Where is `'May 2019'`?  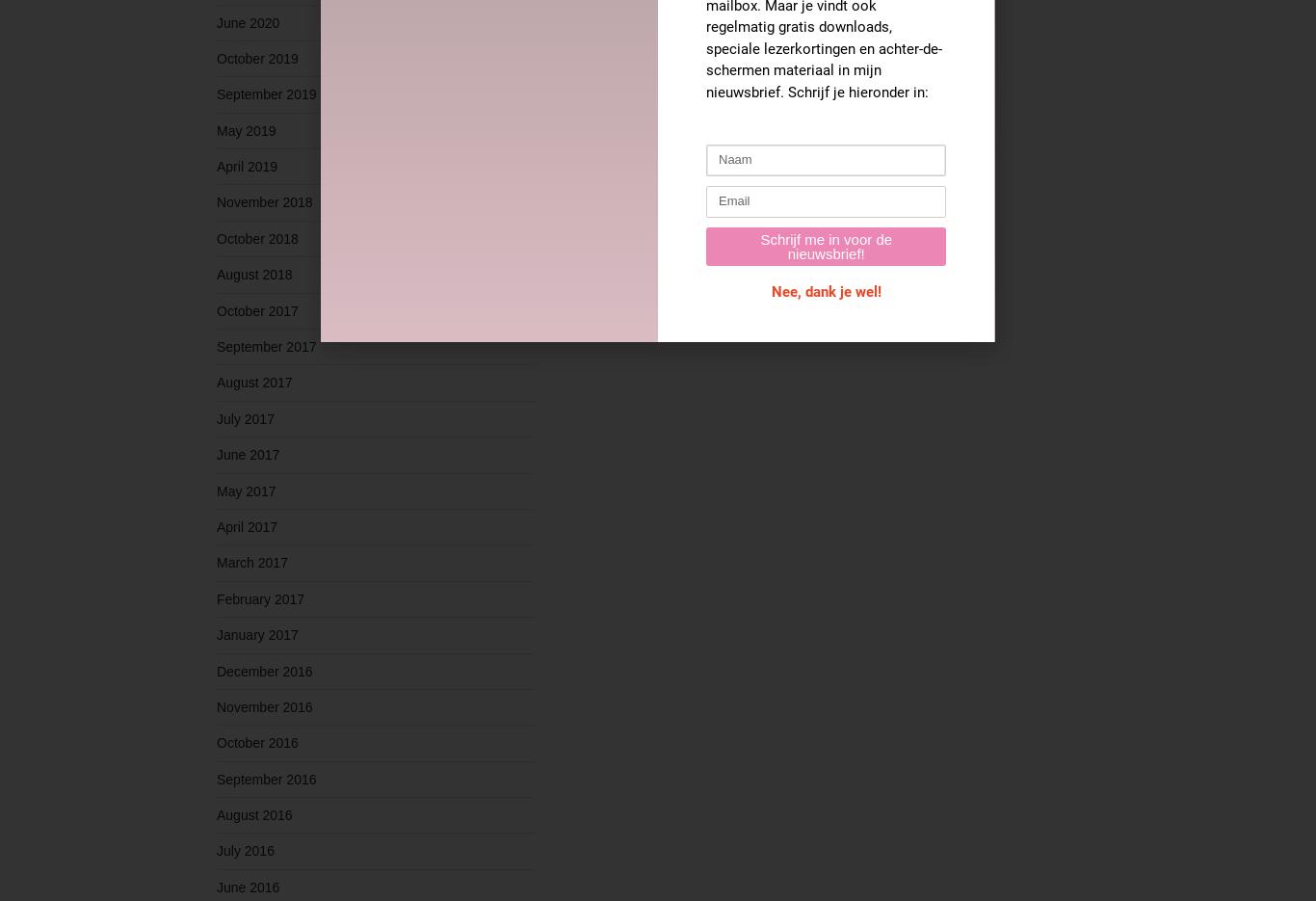 'May 2019' is located at coordinates (246, 130).